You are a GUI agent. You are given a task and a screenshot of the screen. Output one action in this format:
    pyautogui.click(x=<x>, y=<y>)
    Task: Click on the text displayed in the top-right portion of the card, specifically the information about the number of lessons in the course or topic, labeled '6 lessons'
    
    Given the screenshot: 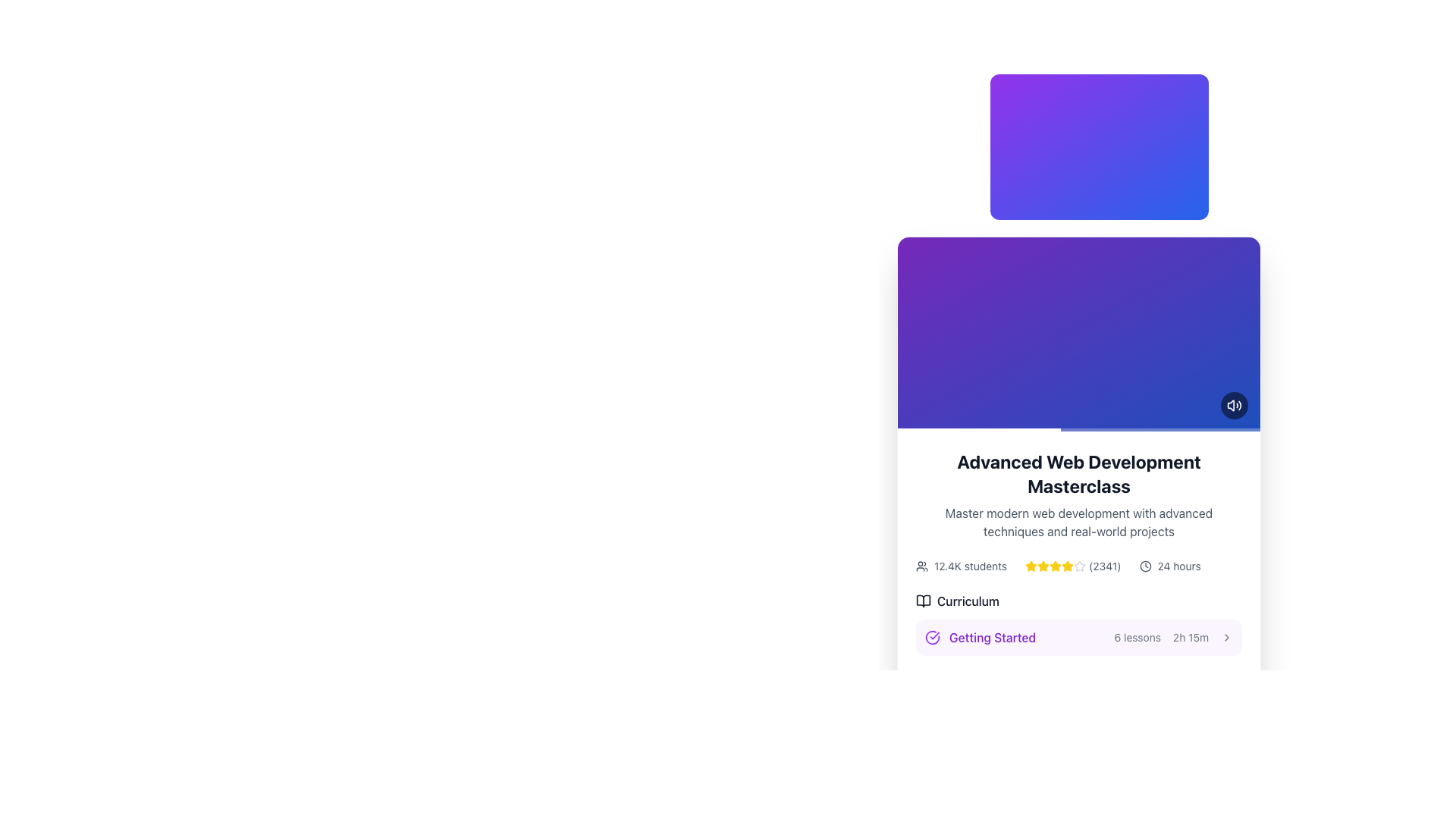 What is the action you would take?
    pyautogui.click(x=1137, y=637)
    